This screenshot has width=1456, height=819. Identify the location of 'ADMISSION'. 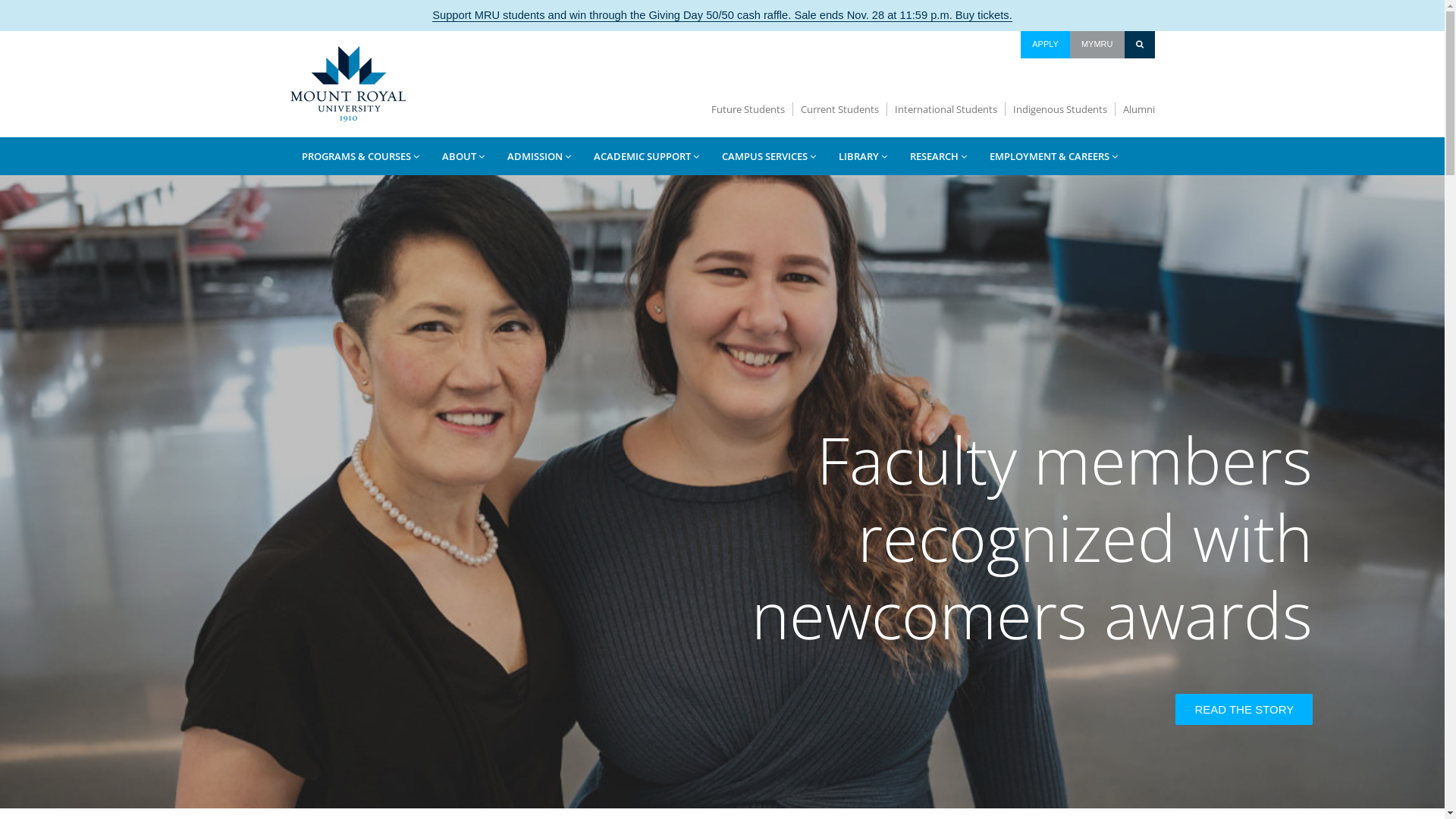
(538, 155).